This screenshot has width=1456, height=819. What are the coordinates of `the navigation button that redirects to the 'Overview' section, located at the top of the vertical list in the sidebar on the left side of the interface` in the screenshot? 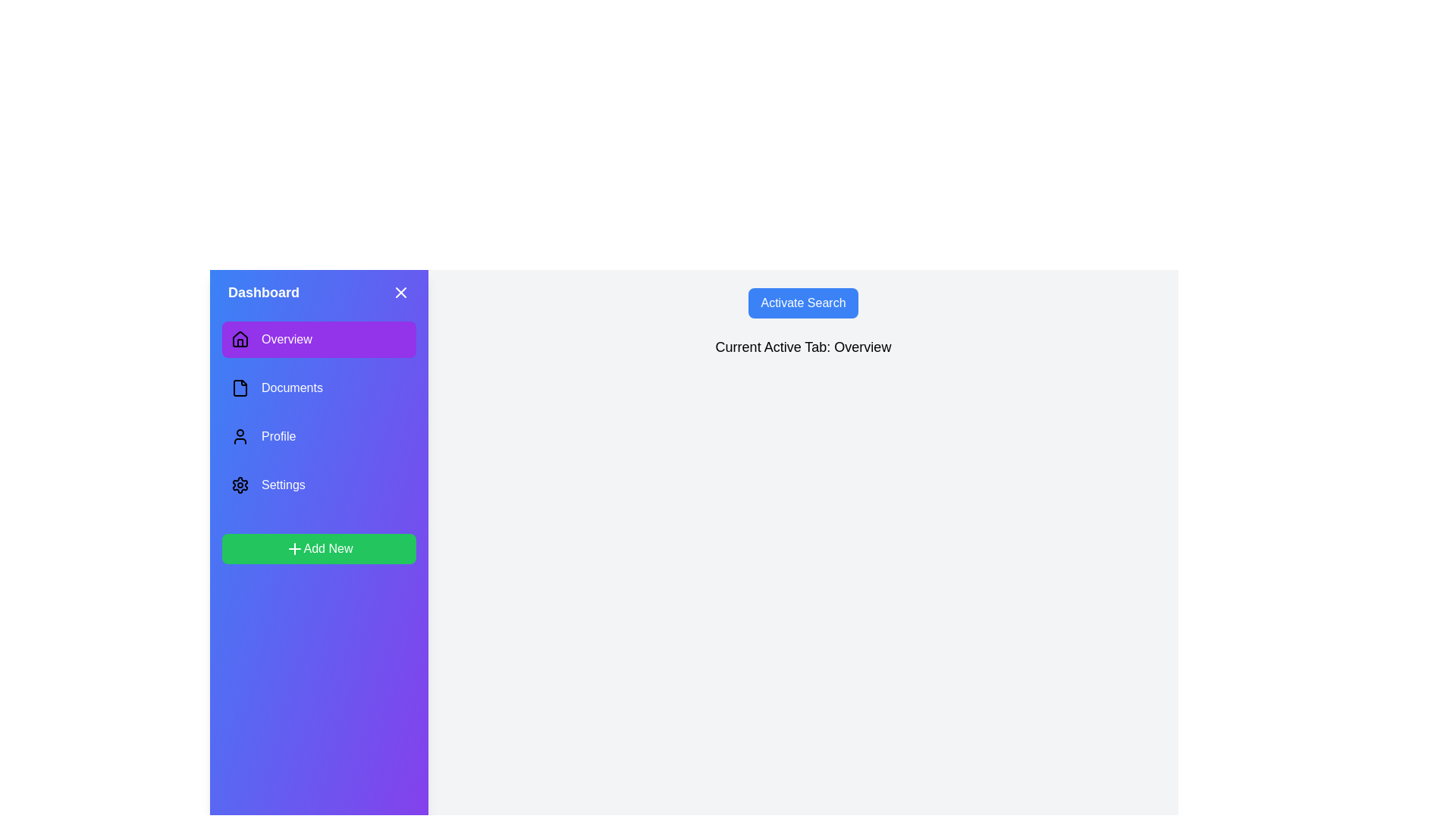 It's located at (318, 338).